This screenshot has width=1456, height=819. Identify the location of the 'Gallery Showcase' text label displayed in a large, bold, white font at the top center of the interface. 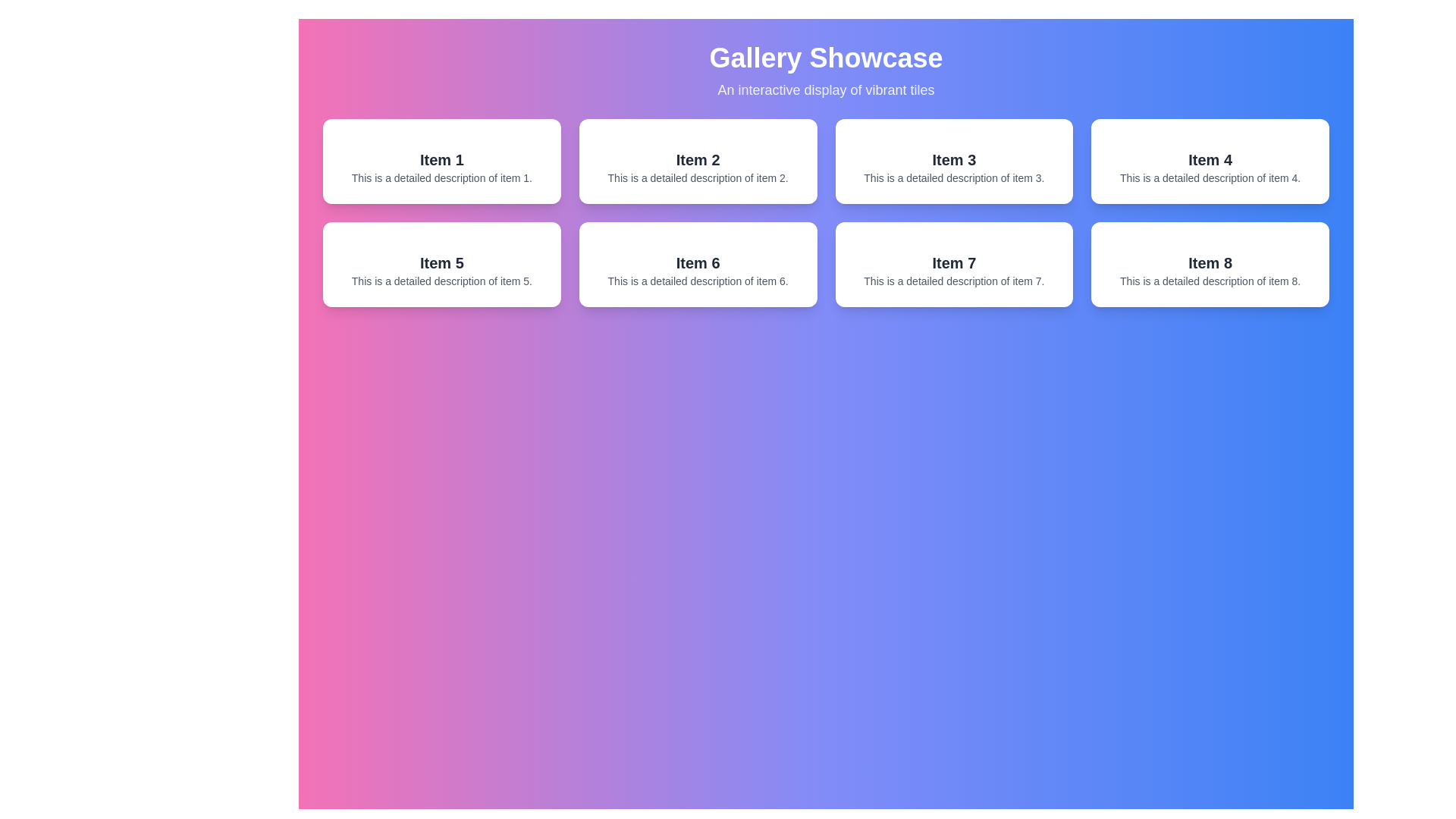
(825, 58).